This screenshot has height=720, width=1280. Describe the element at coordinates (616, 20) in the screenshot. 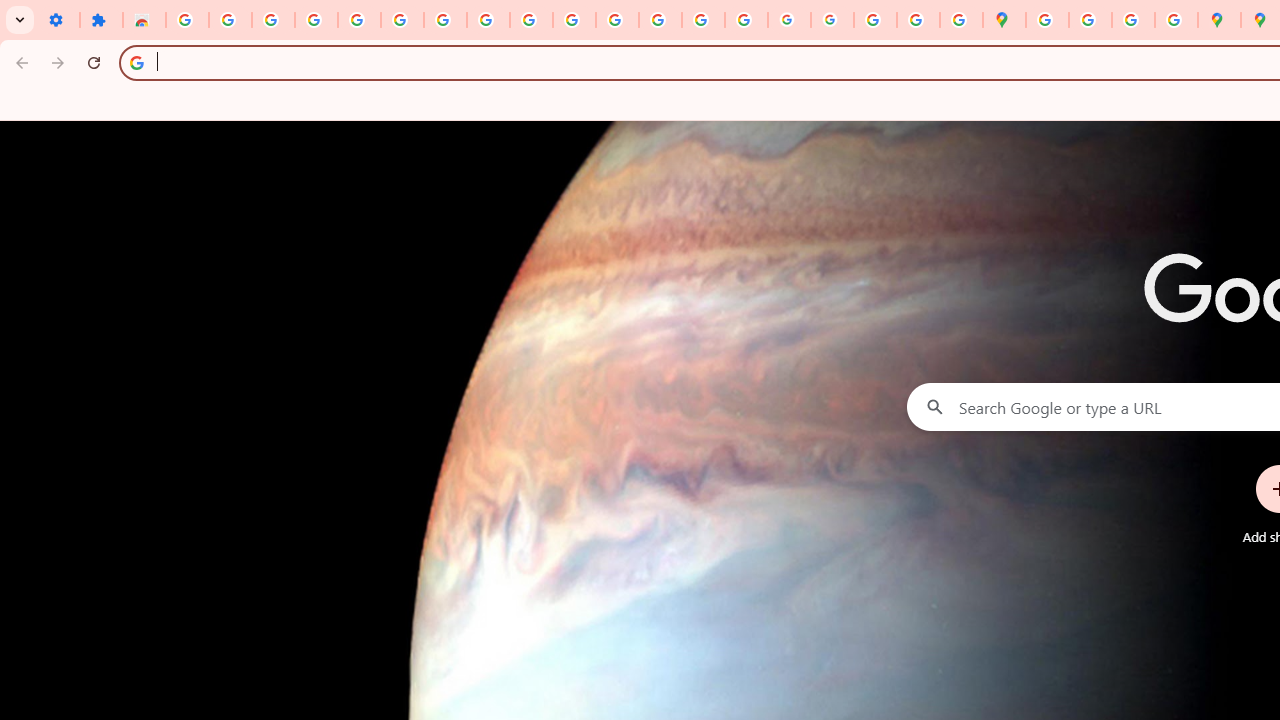

I see `'https://scholar.google.com/'` at that location.